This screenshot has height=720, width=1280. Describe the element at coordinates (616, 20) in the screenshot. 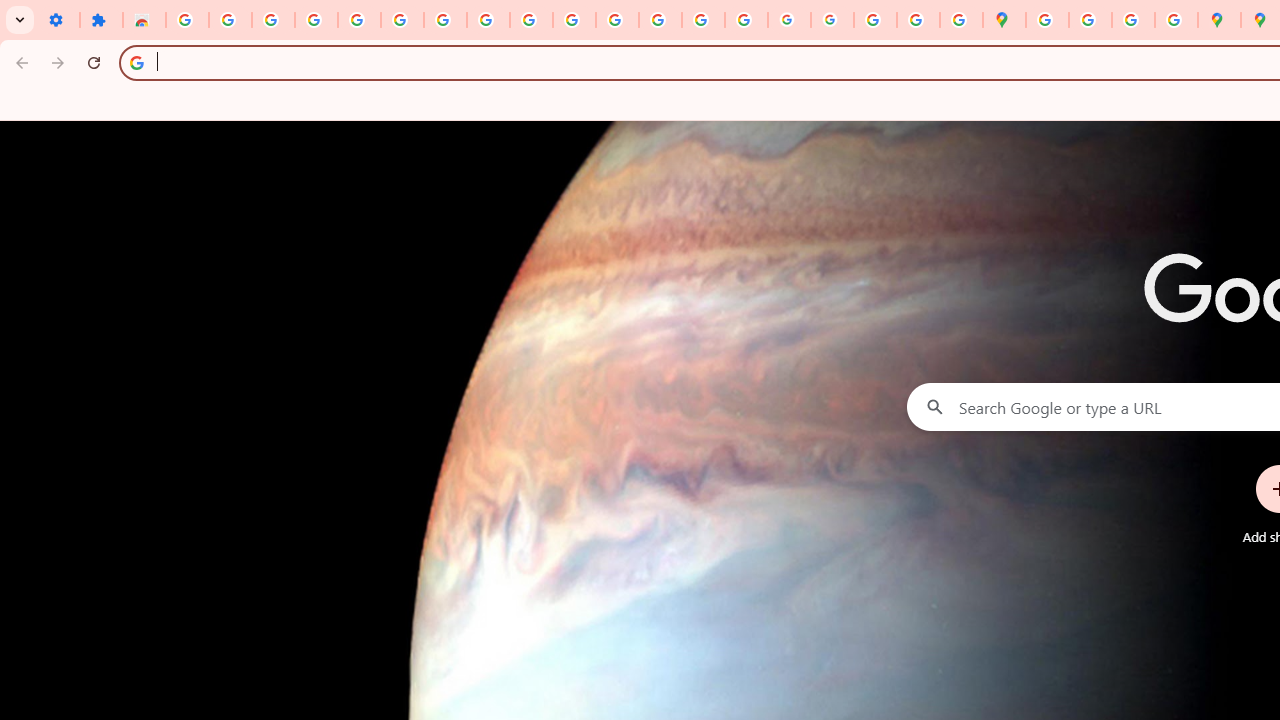

I see `'https://scholar.google.com/'` at that location.